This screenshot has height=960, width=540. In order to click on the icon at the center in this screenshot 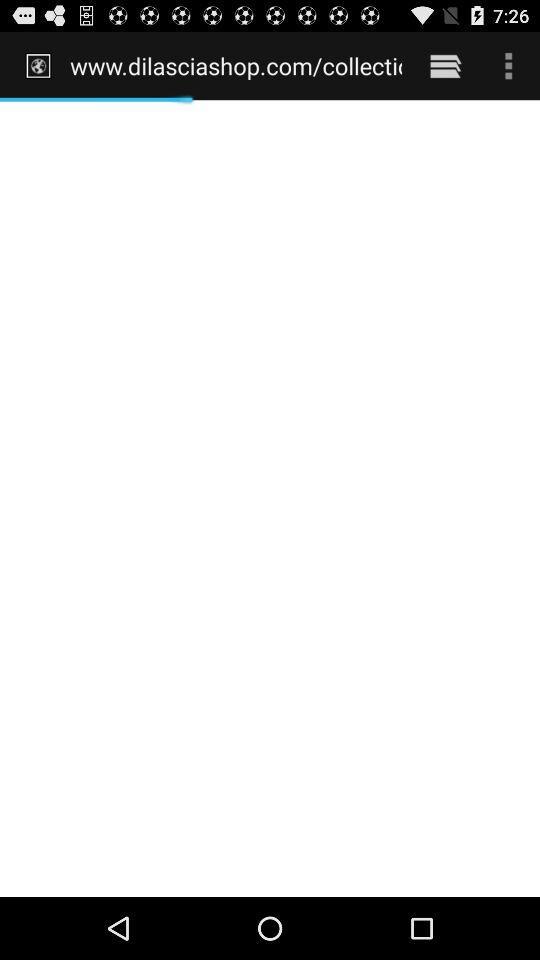, I will do `click(270, 497)`.